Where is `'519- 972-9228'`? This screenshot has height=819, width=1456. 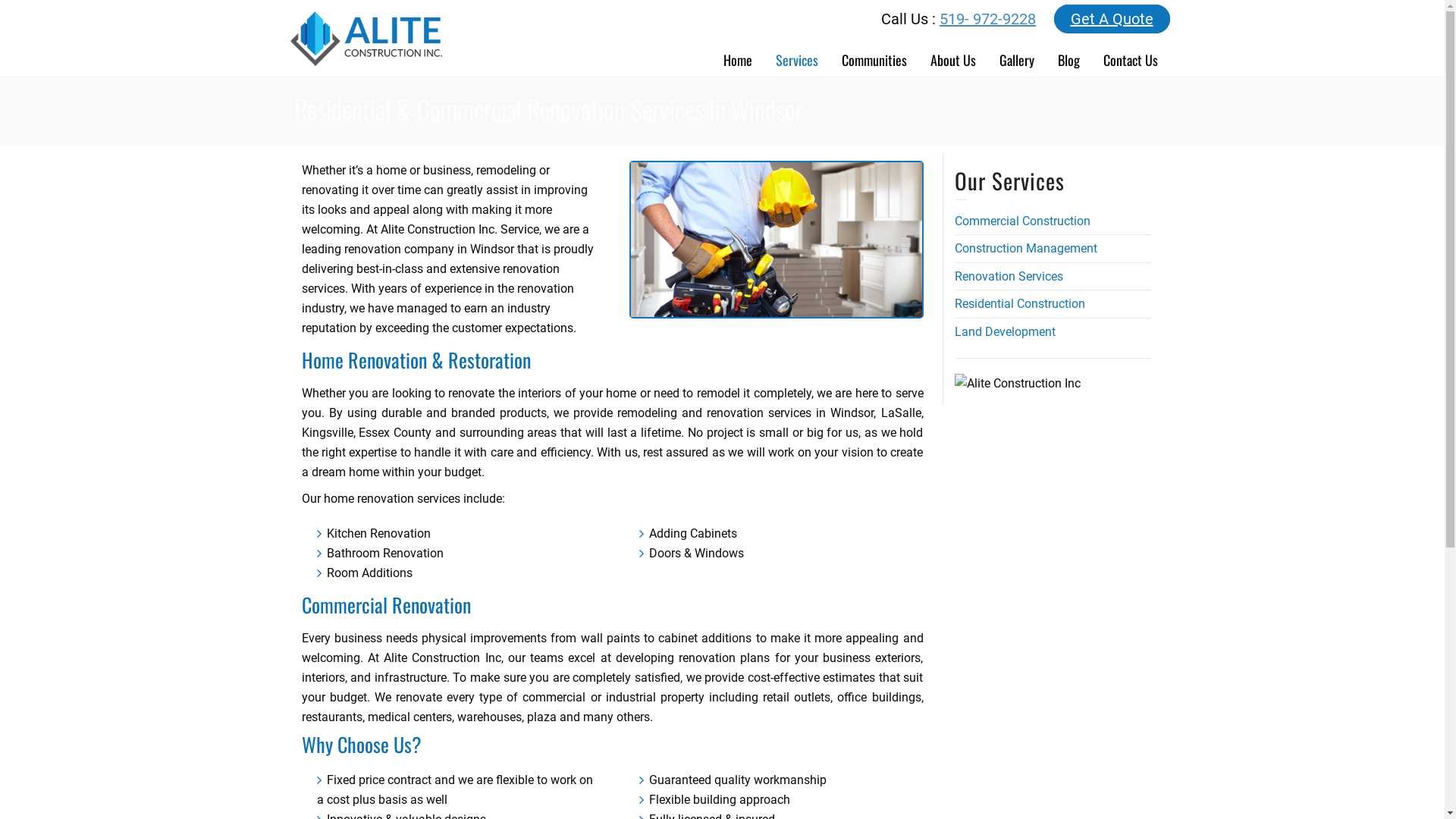 '519- 972-9228' is located at coordinates (987, 18).